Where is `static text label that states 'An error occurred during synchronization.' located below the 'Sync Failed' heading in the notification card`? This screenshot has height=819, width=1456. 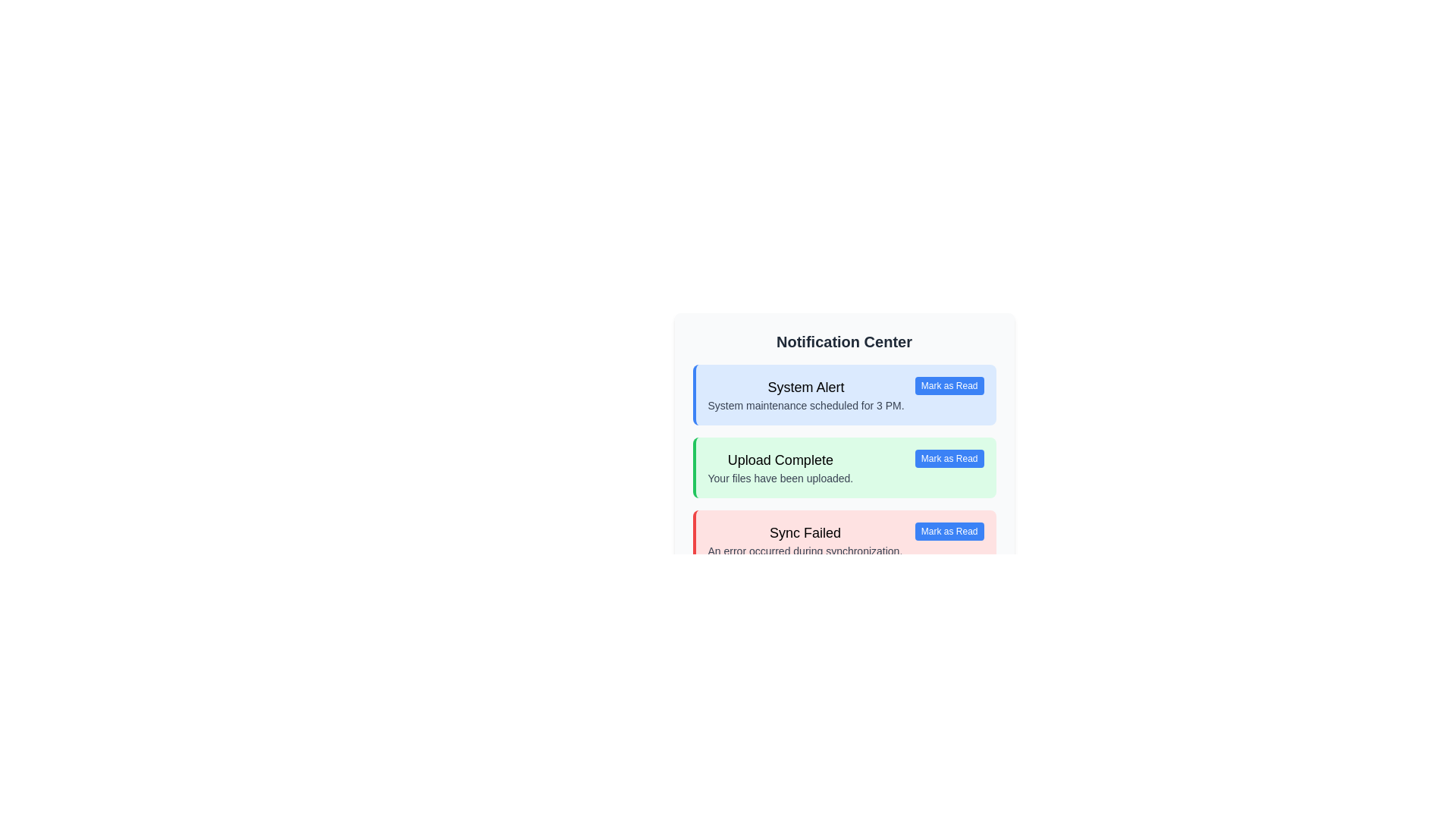 static text label that states 'An error occurred during synchronization.' located below the 'Sync Failed' heading in the notification card is located at coordinates (804, 551).